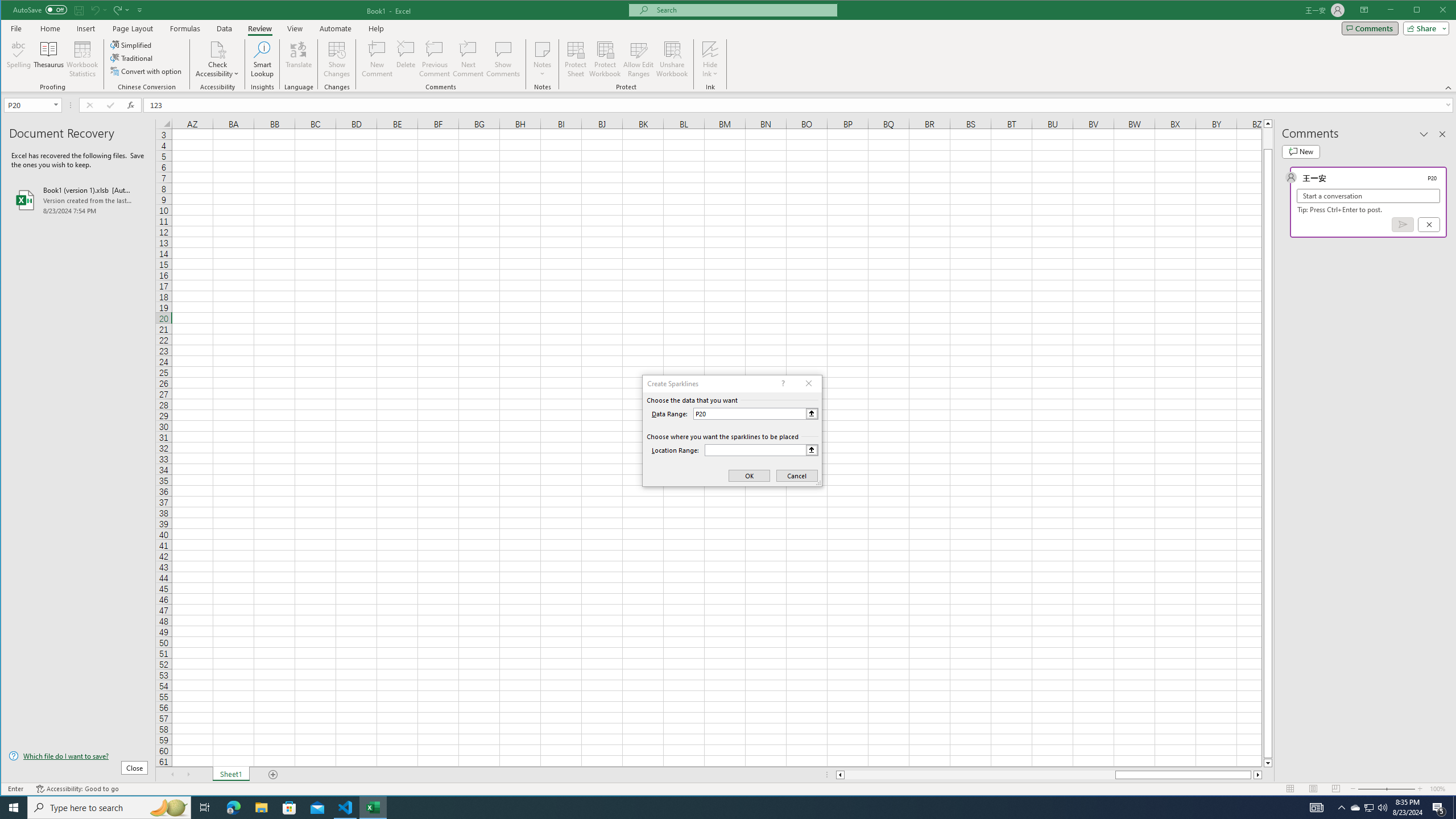 This screenshot has height=819, width=1456. I want to click on 'Workbook Statistics', so click(81, 59).